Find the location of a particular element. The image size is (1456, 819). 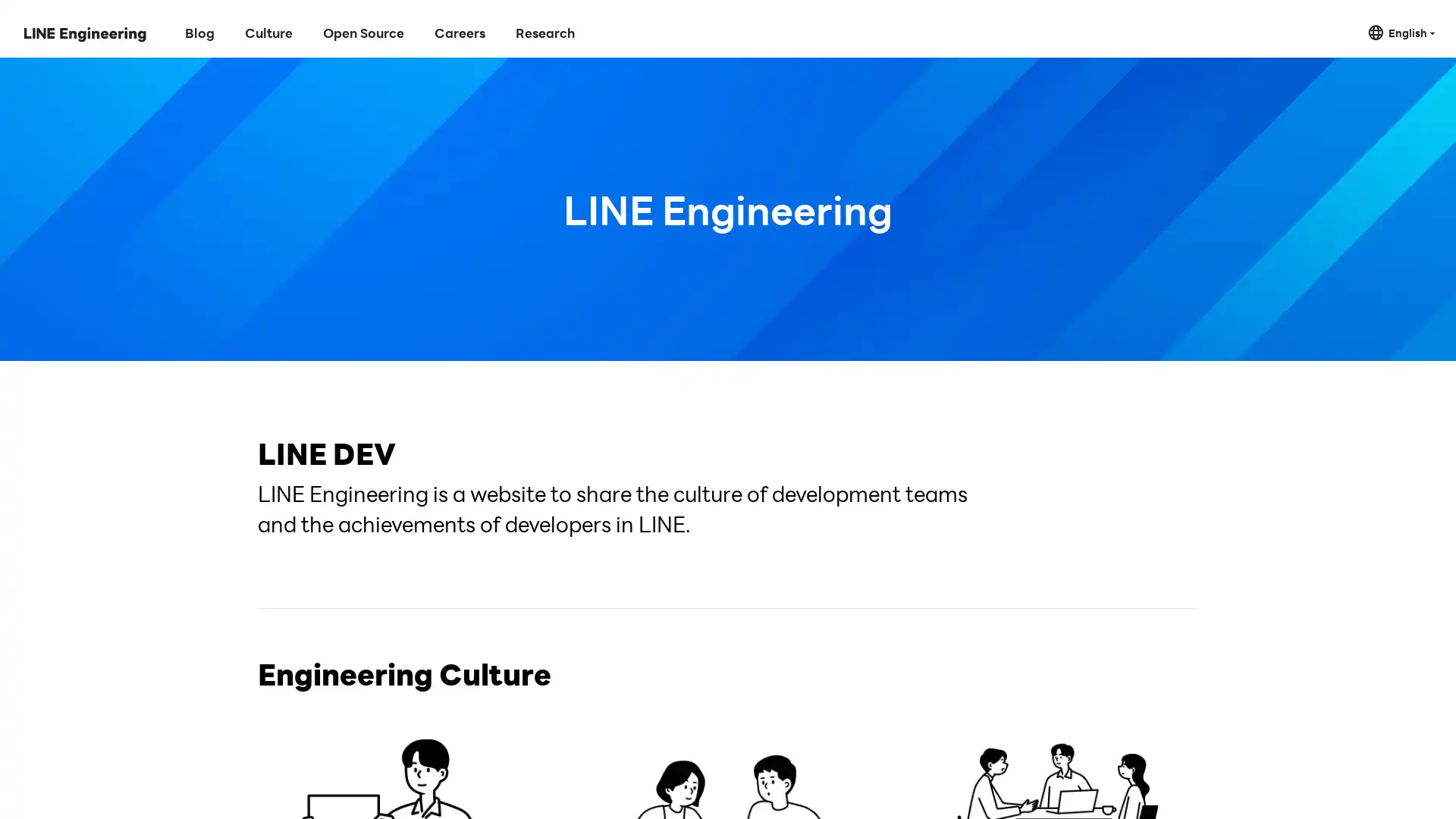

English is located at coordinates (1401, 33).